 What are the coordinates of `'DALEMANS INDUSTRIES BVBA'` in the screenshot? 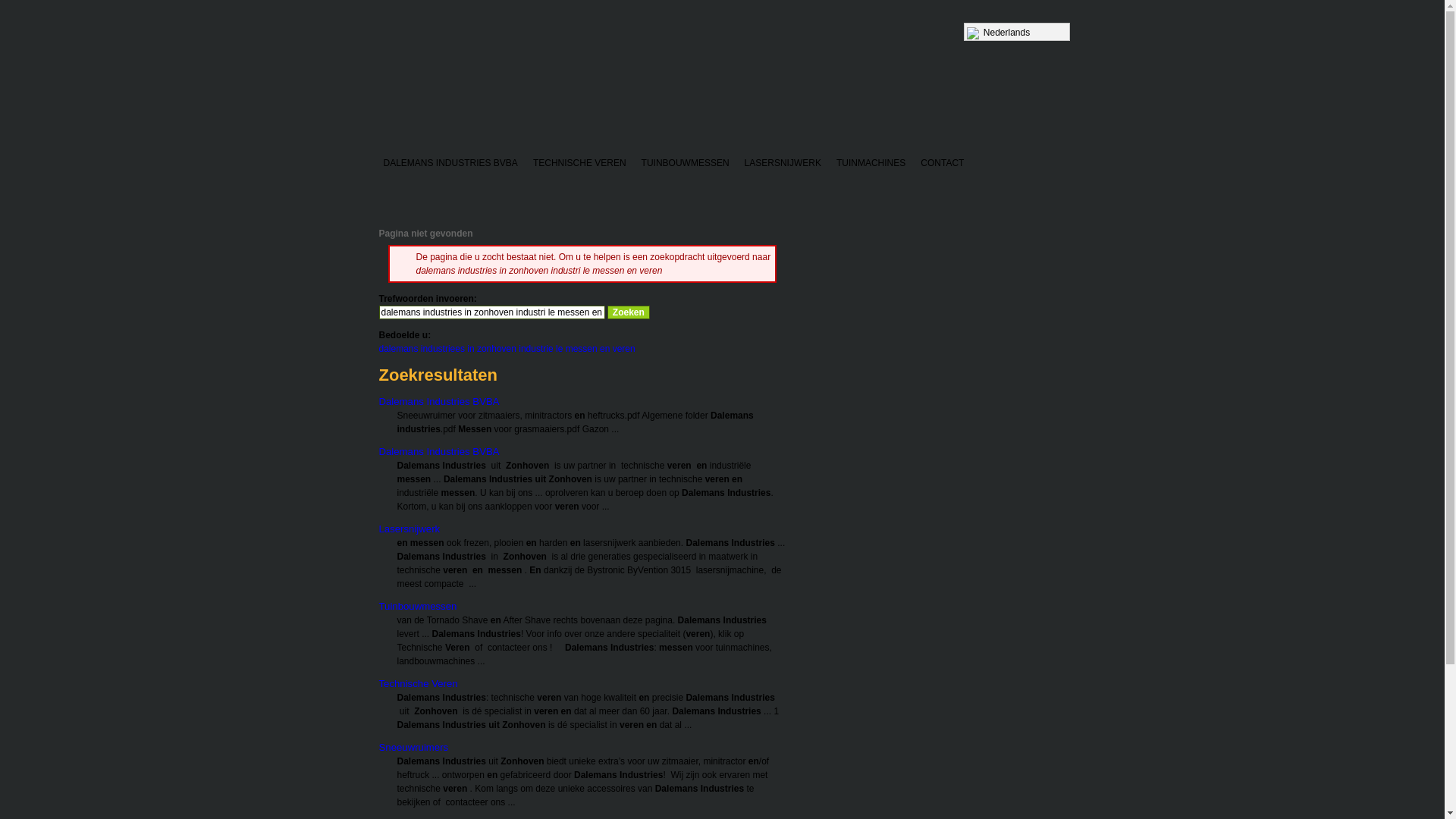 It's located at (450, 164).